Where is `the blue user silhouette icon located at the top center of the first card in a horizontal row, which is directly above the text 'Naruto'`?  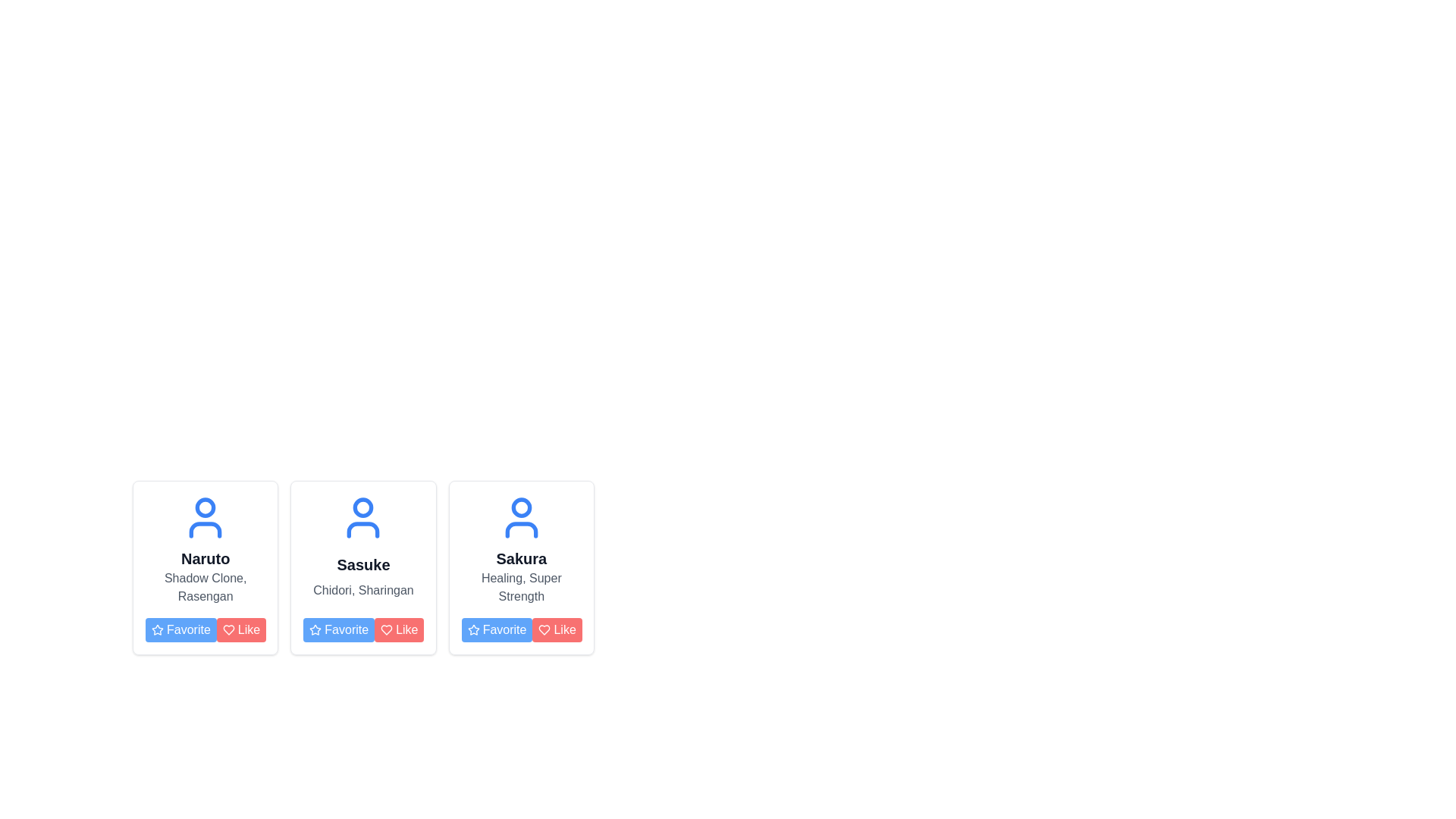
the blue user silhouette icon located at the top center of the first card in a horizontal row, which is directly above the text 'Naruto' is located at coordinates (205, 516).